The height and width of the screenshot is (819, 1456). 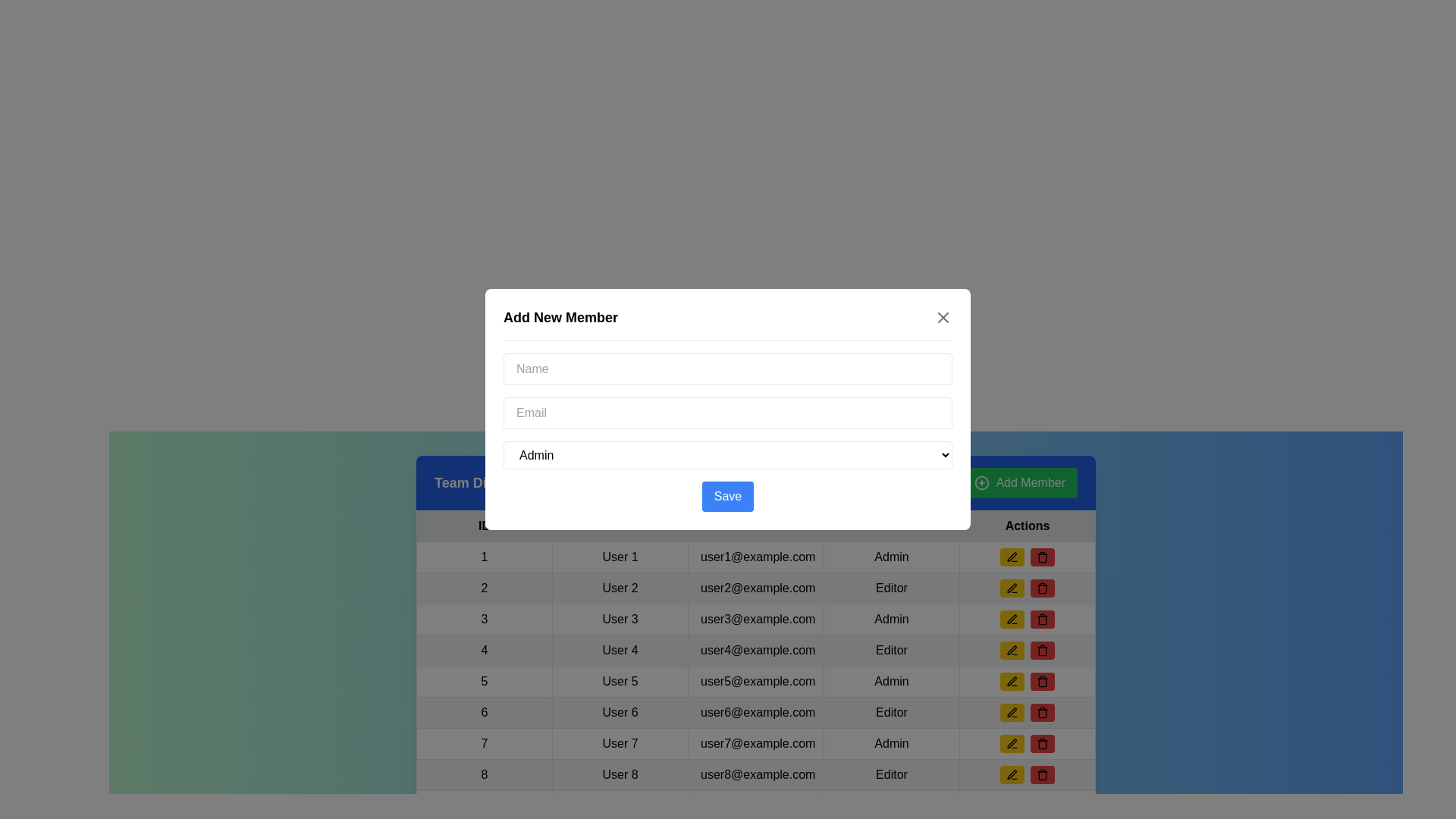 What do you see at coordinates (942, 317) in the screenshot?
I see `the Close button located at the top-right corner of the 'Add New Member' modal dialog to potentially reveal hover effects` at bounding box center [942, 317].